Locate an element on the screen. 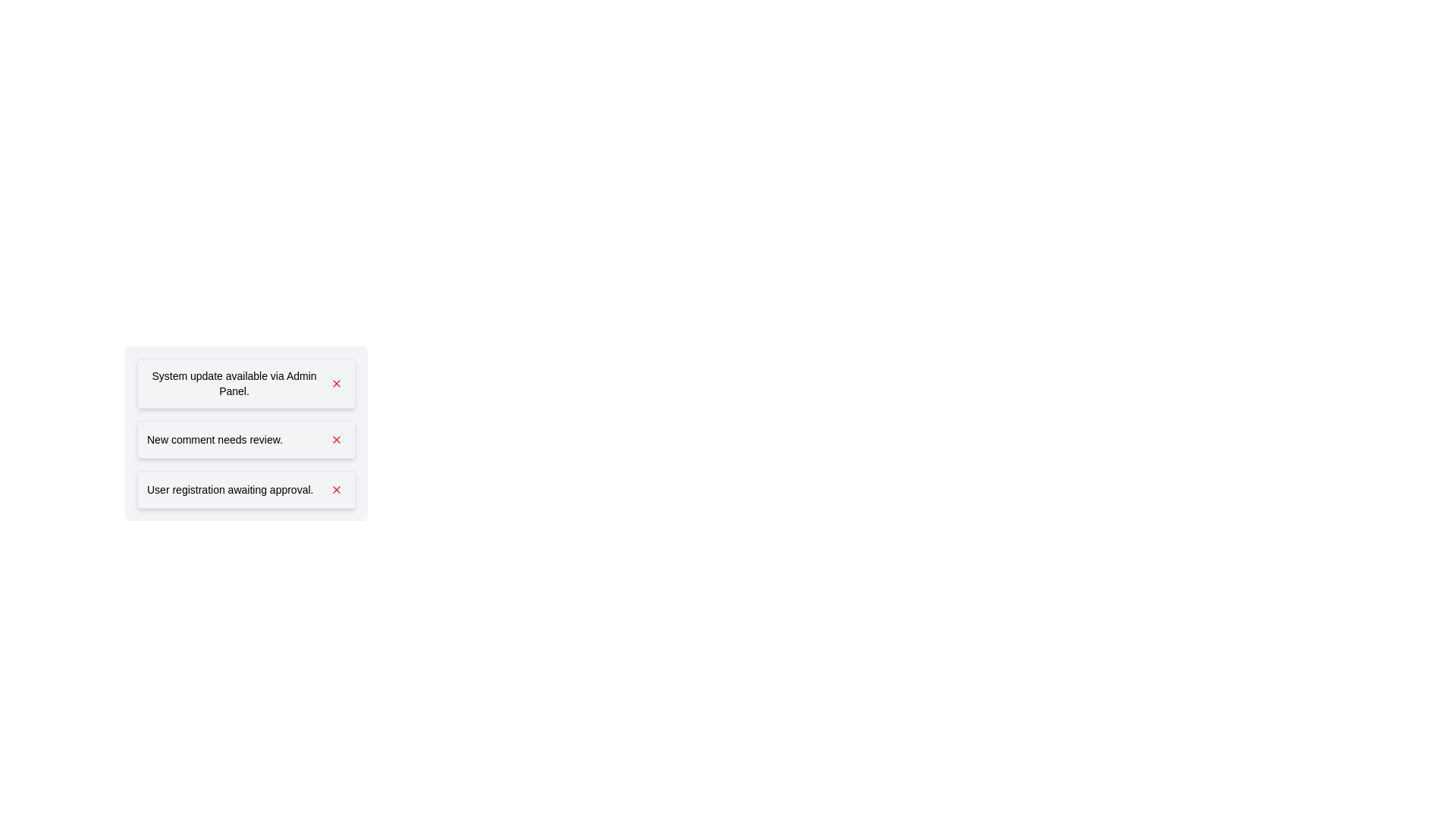 Image resolution: width=1456 pixels, height=819 pixels. the red 'X' icon button located at the top-right corner of the card that displays 'System update available via Admin Panel' to observe its tooltip is located at coordinates (336, 382).